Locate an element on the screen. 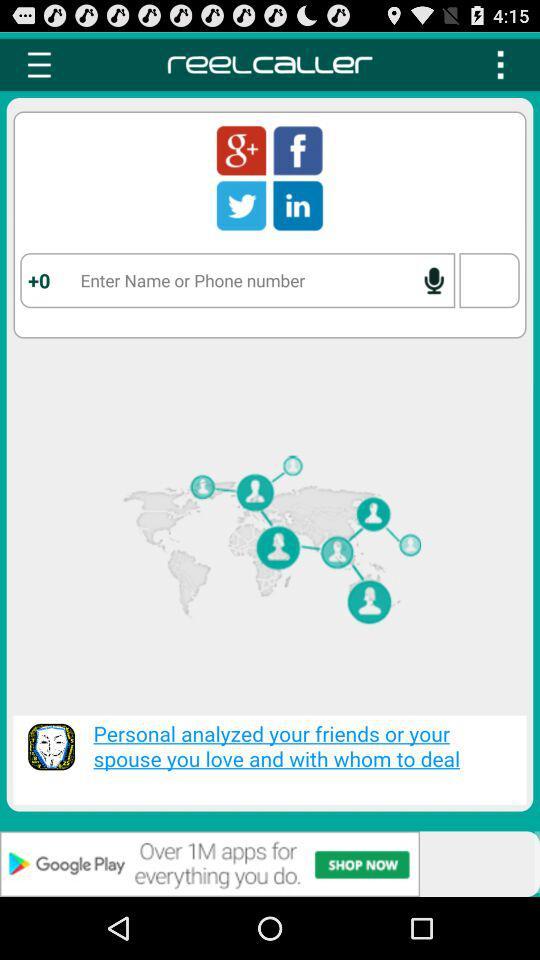  the follow icon is located at coordinates (241, 159).